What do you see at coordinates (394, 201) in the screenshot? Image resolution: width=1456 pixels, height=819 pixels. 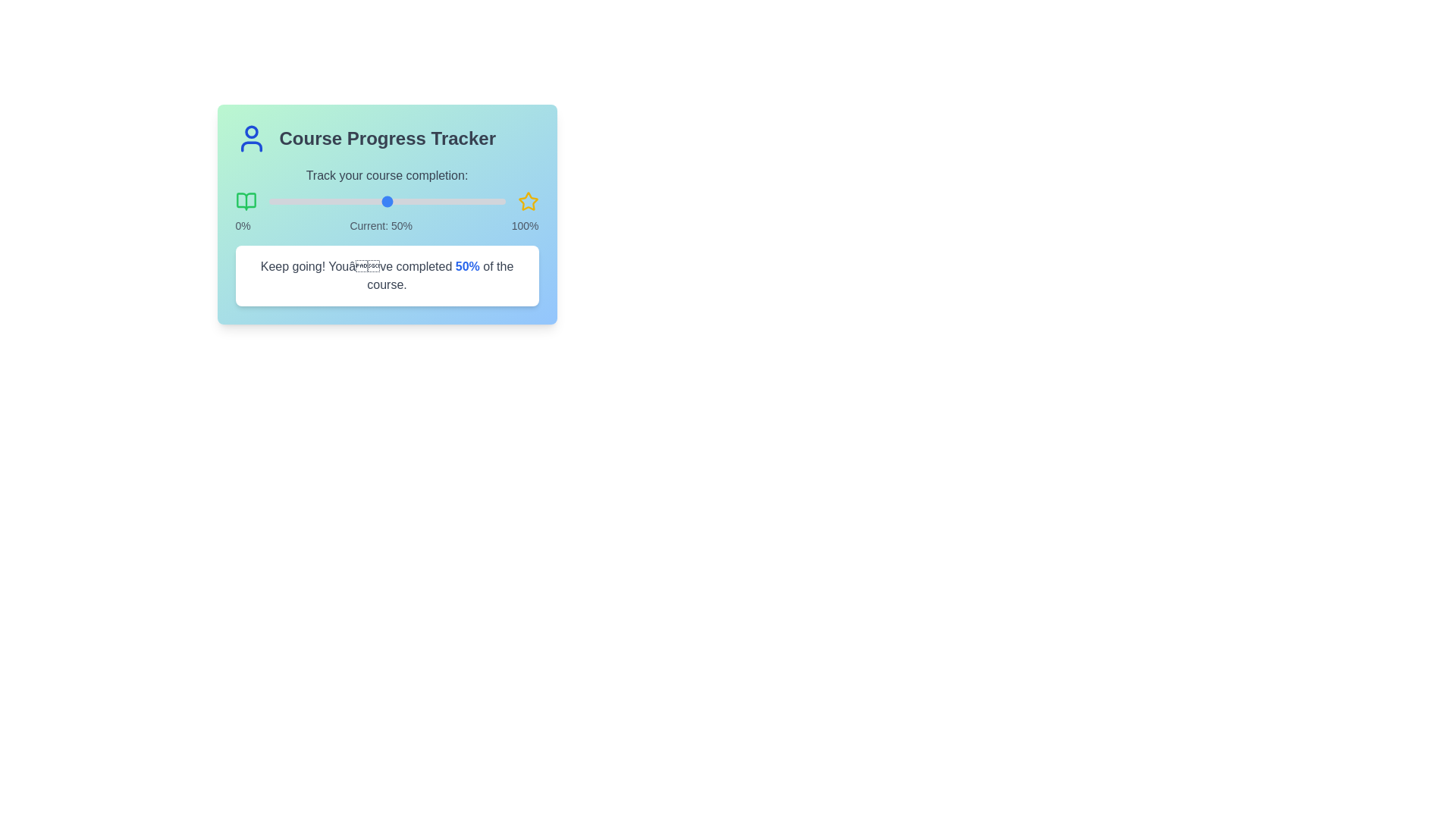 I see `the slider to 53% completion` at bounding box center [394, 201].